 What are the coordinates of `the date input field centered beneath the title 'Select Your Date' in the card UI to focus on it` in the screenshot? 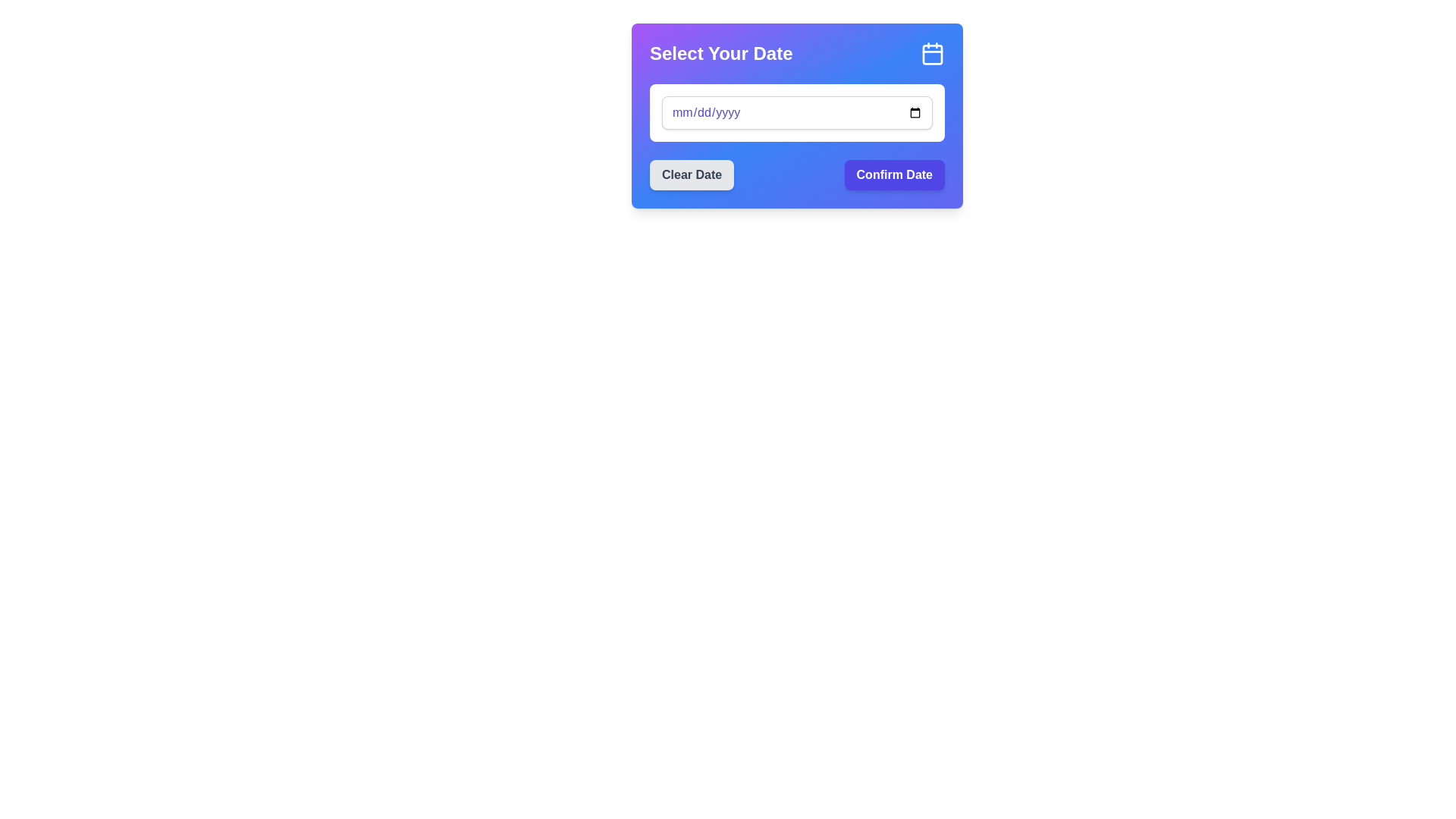 It's located at (796, 112).